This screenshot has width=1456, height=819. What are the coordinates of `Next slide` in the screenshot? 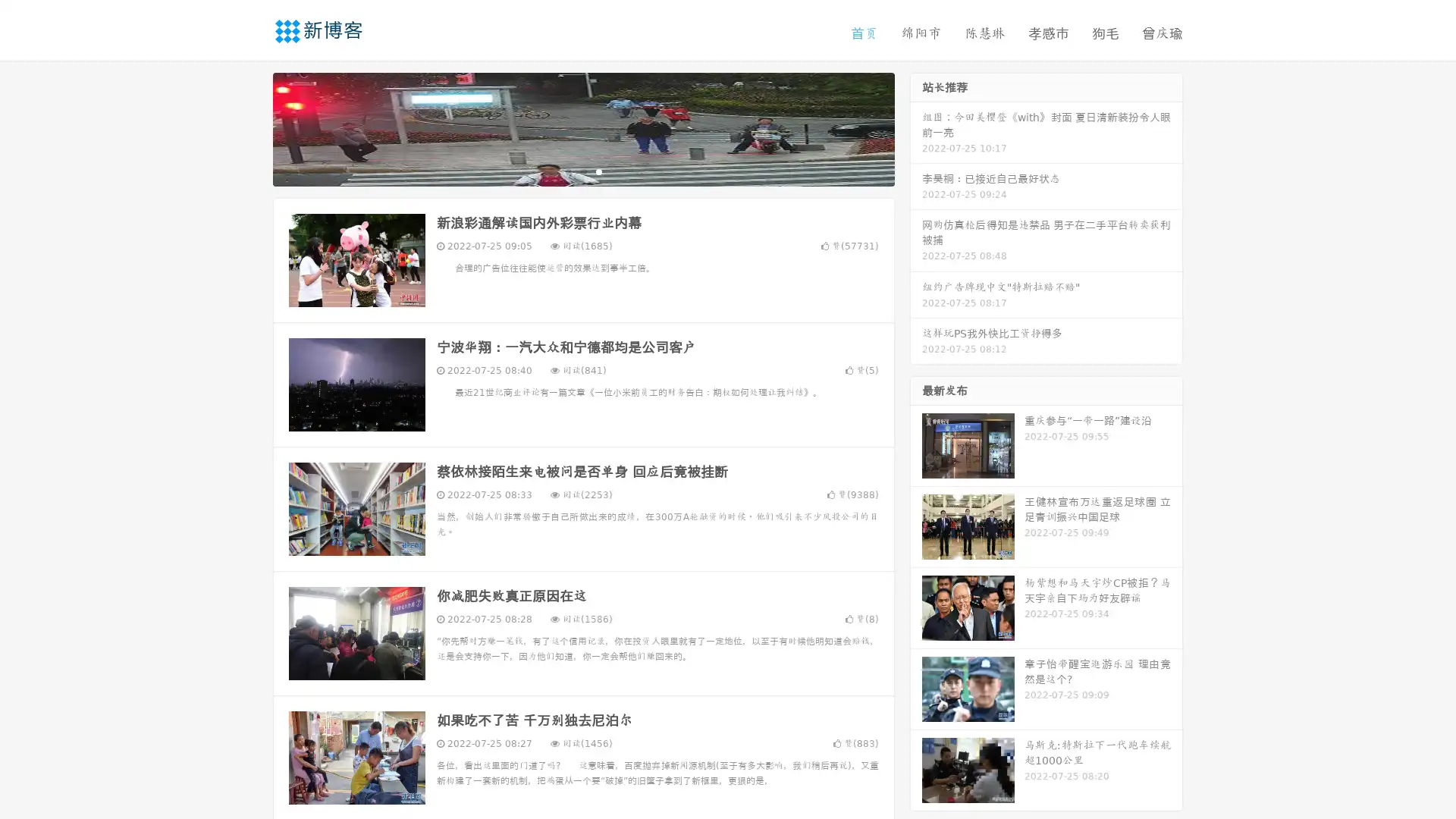 It's located at (916, 127).